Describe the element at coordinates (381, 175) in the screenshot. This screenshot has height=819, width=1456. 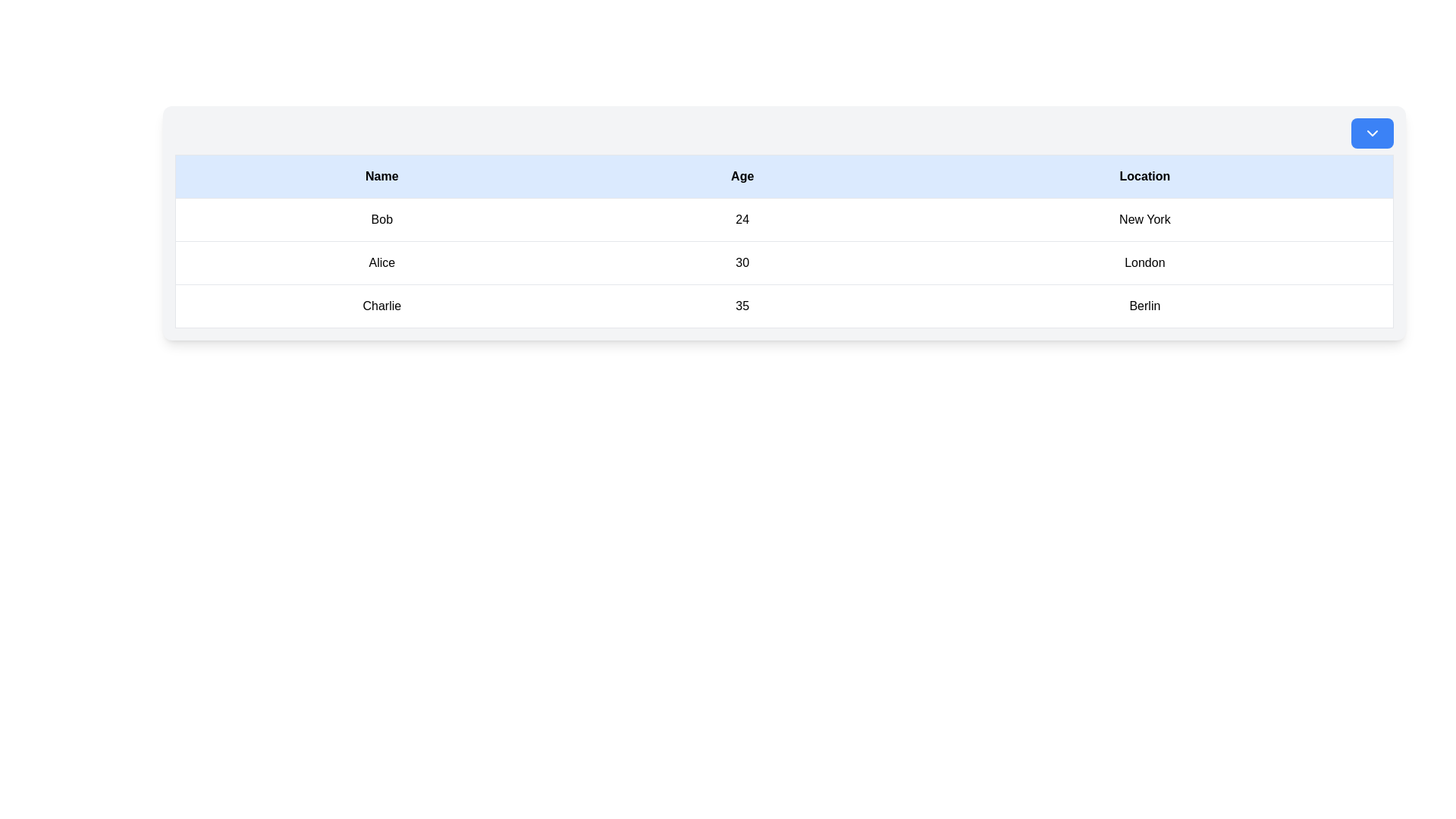
I see `the header cell for the first column of the data table that lists names of individuals, located at the top-left of the table` at that location.